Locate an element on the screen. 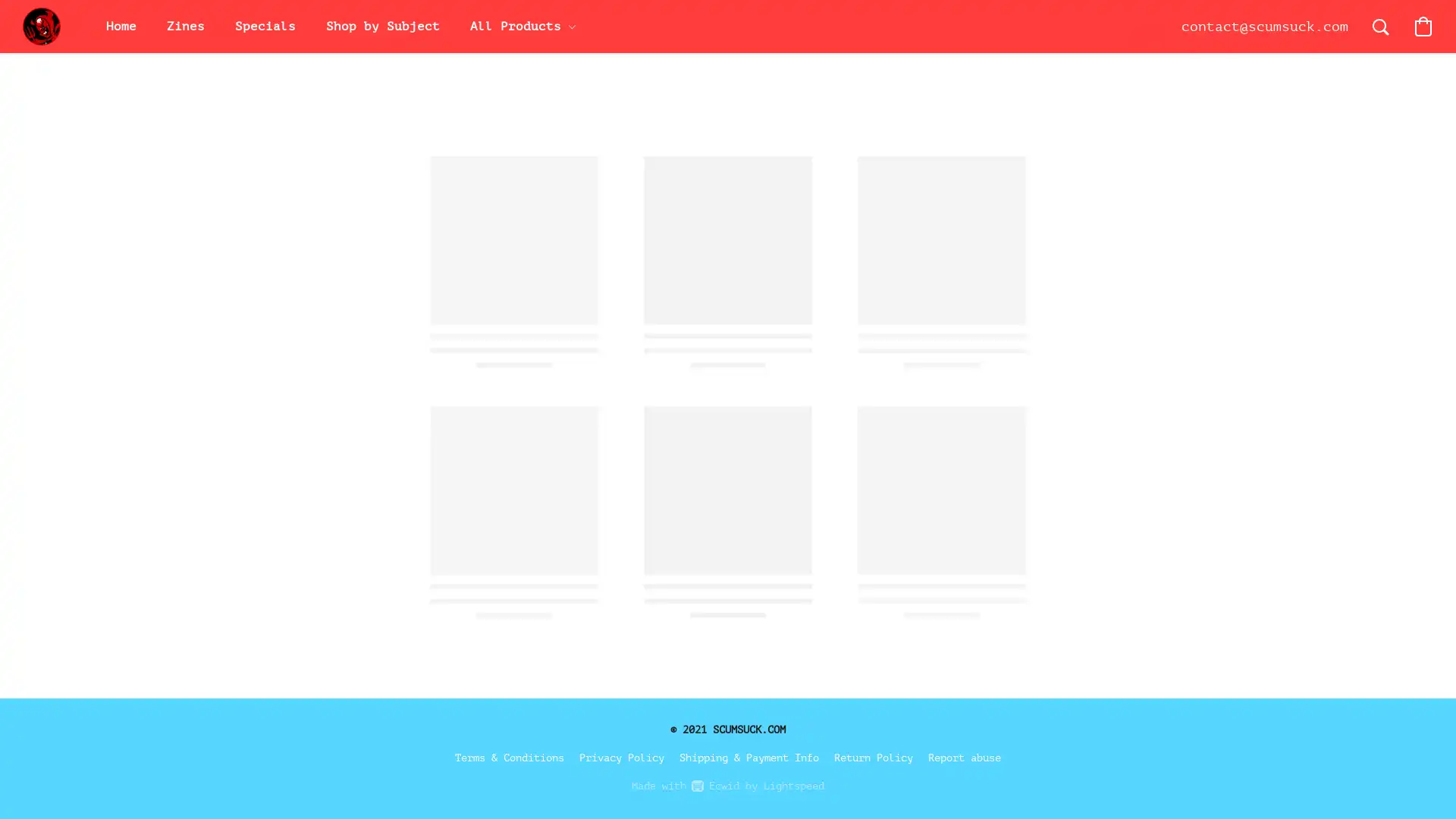  Add to Bag is located at coordinates (993, 381).